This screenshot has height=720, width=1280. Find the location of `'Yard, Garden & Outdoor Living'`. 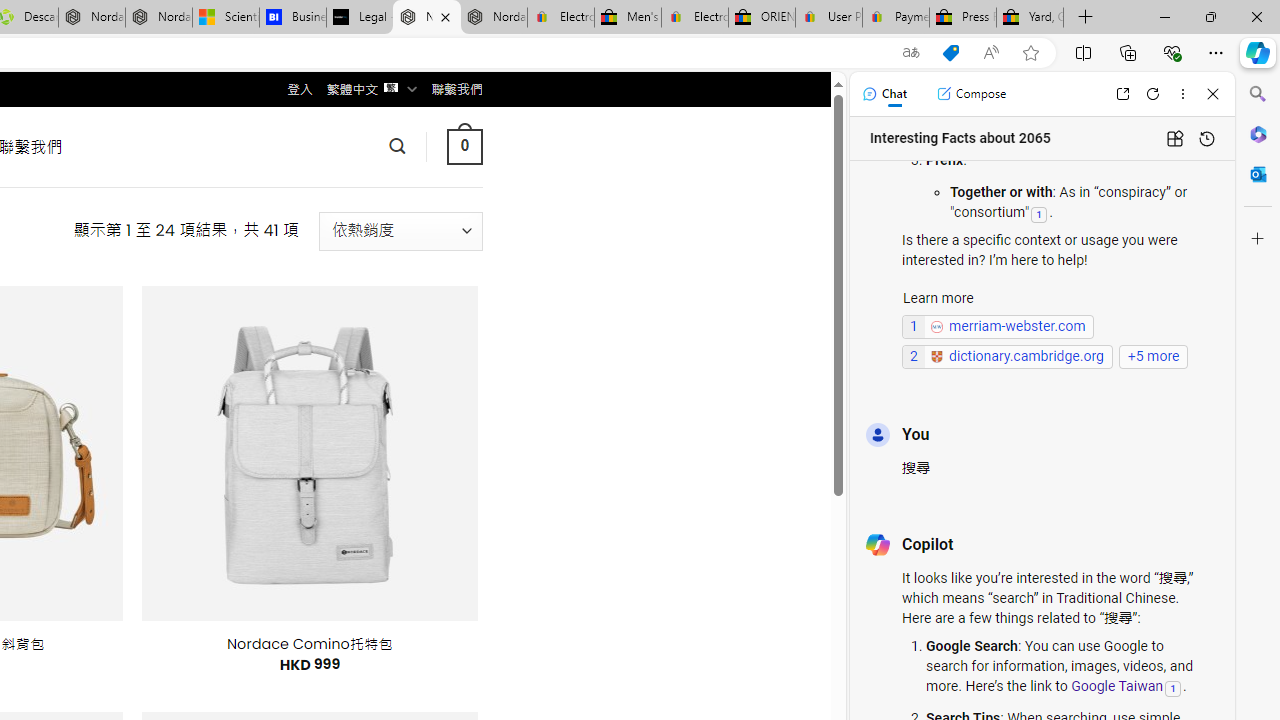

'Yard, Garden & Outdoor Living' is located at coordinates (1030, 17).